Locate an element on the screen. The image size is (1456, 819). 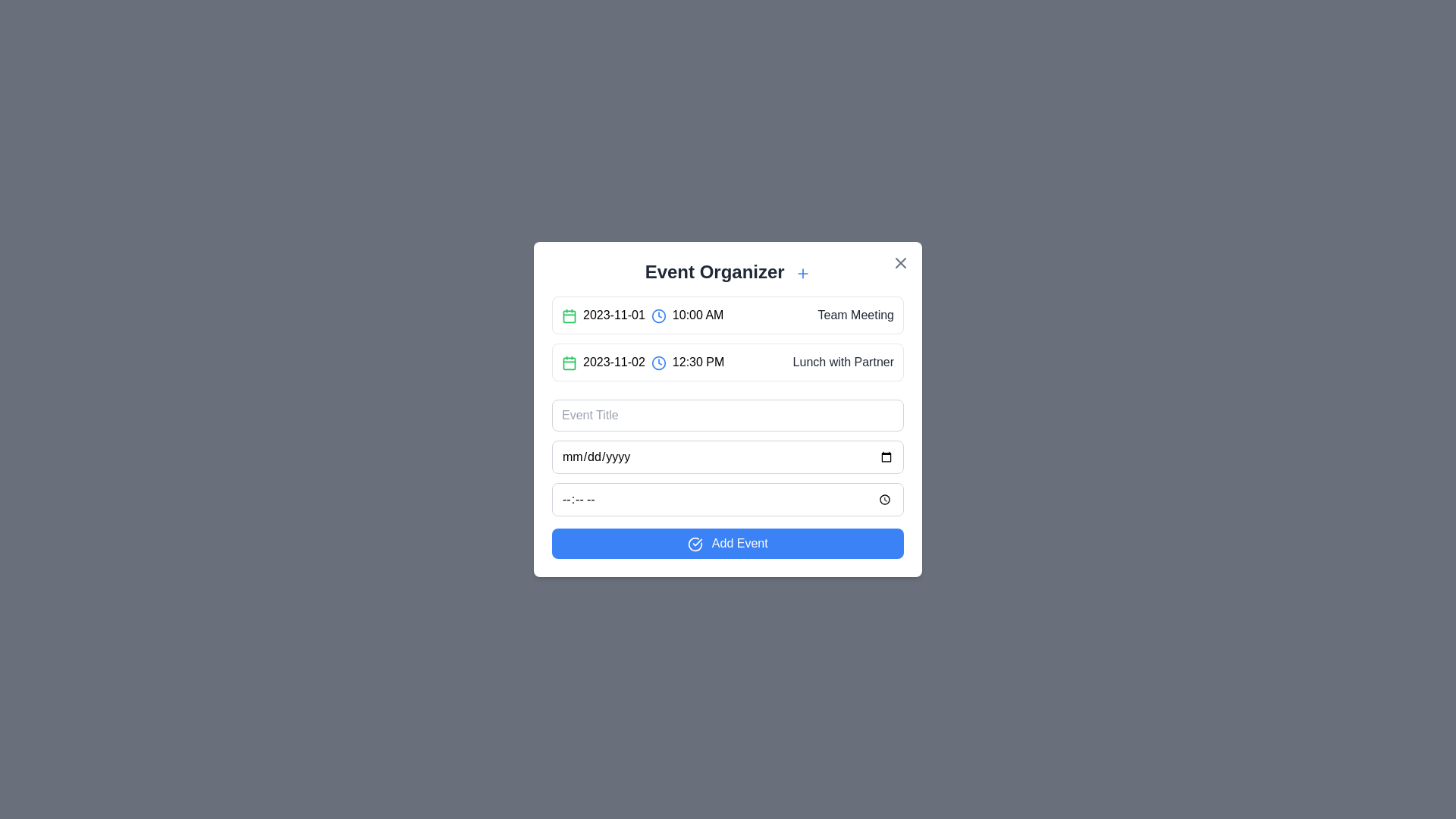
green rounded rectangle within the calendar icon located in the top left corner of the interface for details or context is located at coordinates (568, 315).